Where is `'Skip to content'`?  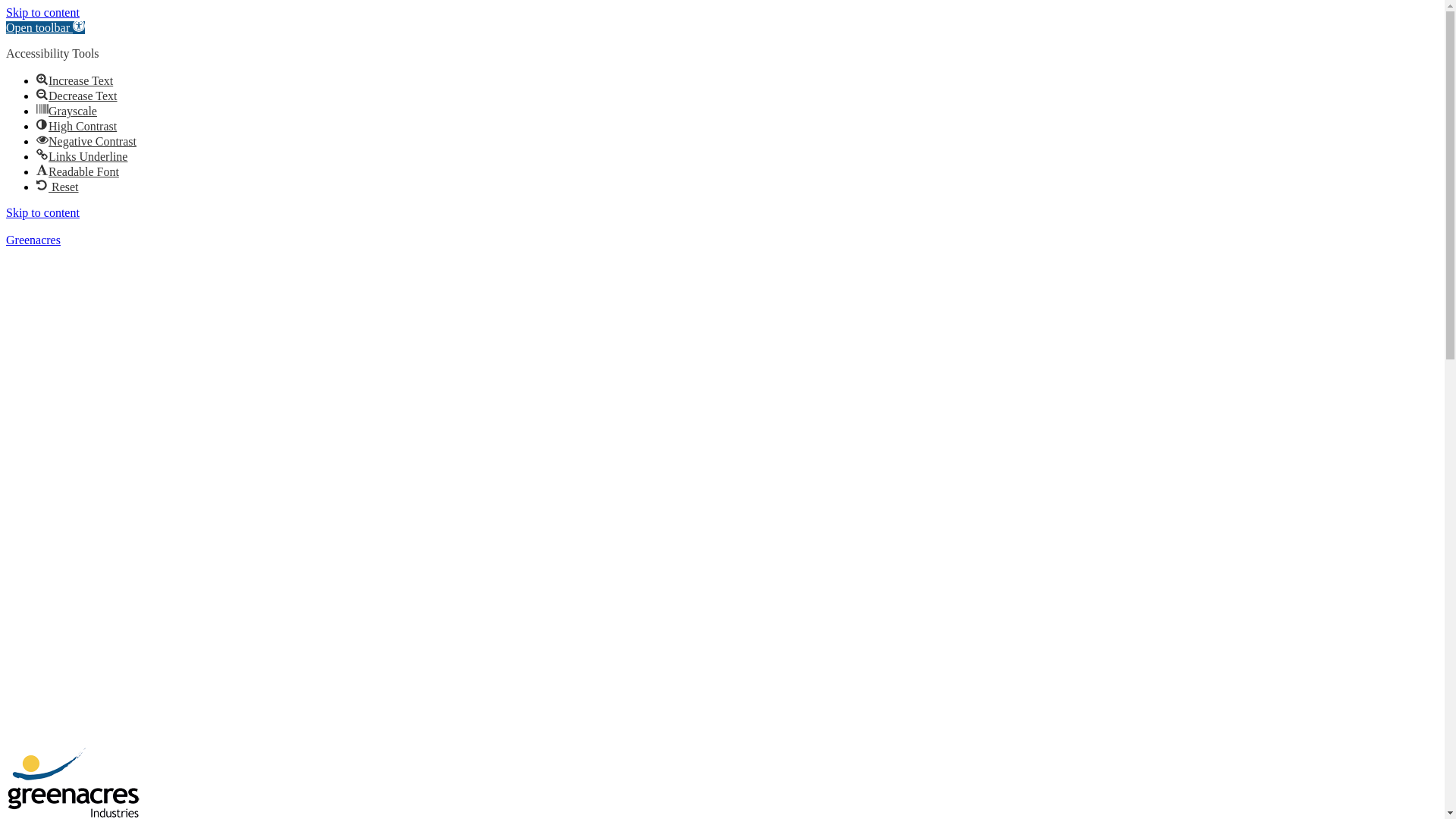 'Skip to content' is located at coordinates (42, 12).